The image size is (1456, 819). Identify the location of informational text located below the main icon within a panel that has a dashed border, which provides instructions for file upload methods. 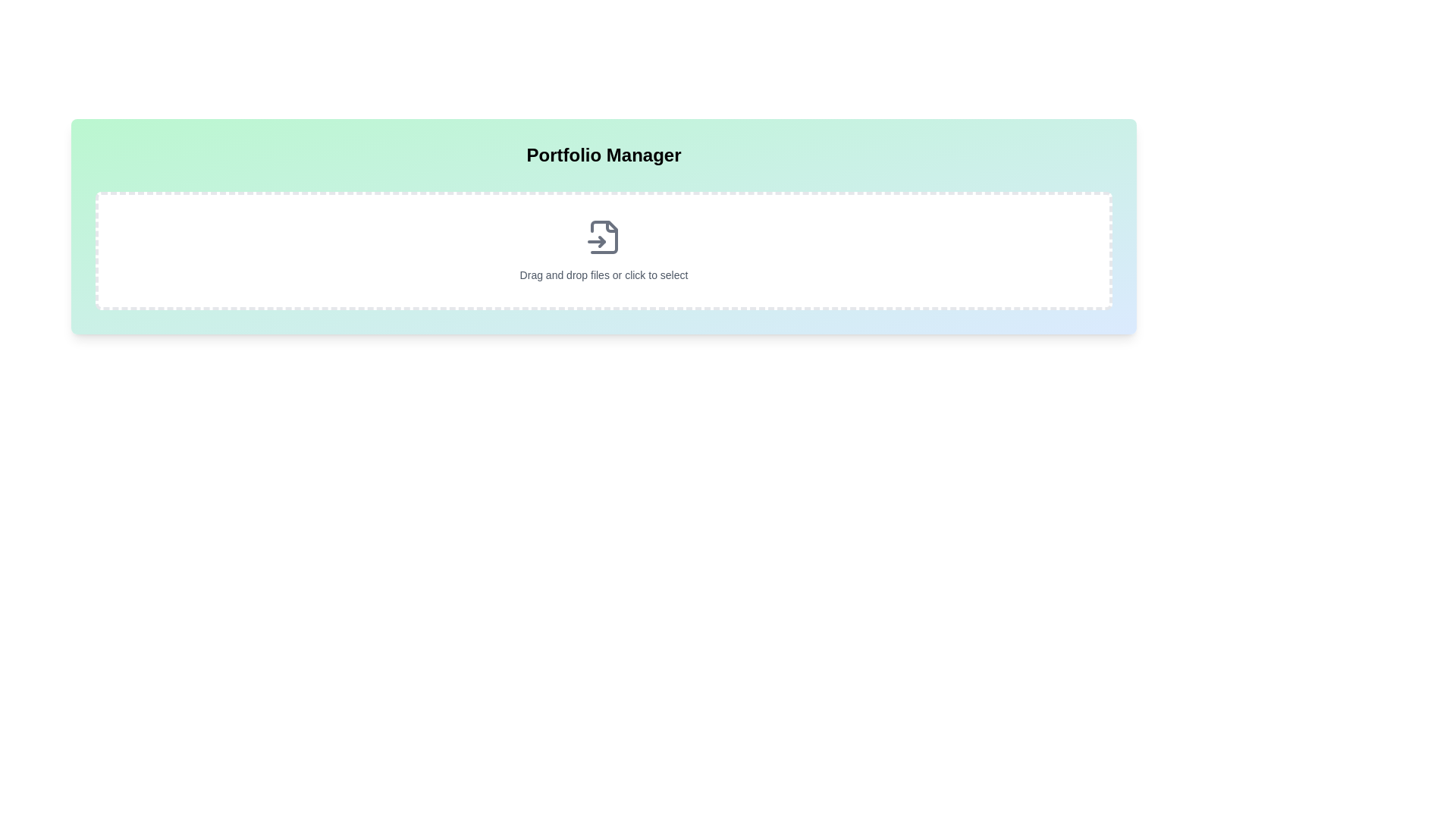
(603, 275).